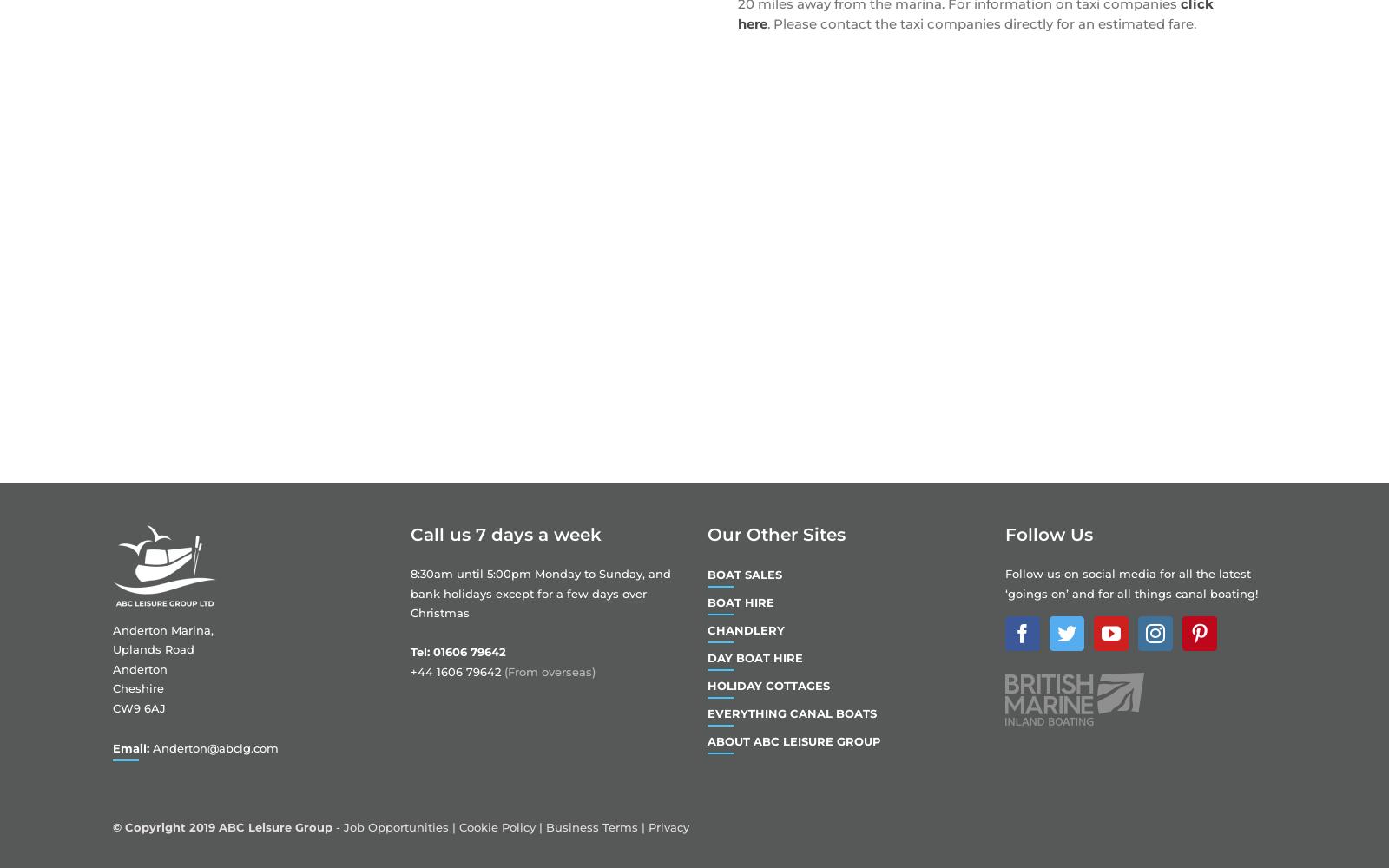 This screenshot has height=868, width=1389. Describe the element at coordinates (139, 668) in the screenshot. I see `'Anderton'` at that location.